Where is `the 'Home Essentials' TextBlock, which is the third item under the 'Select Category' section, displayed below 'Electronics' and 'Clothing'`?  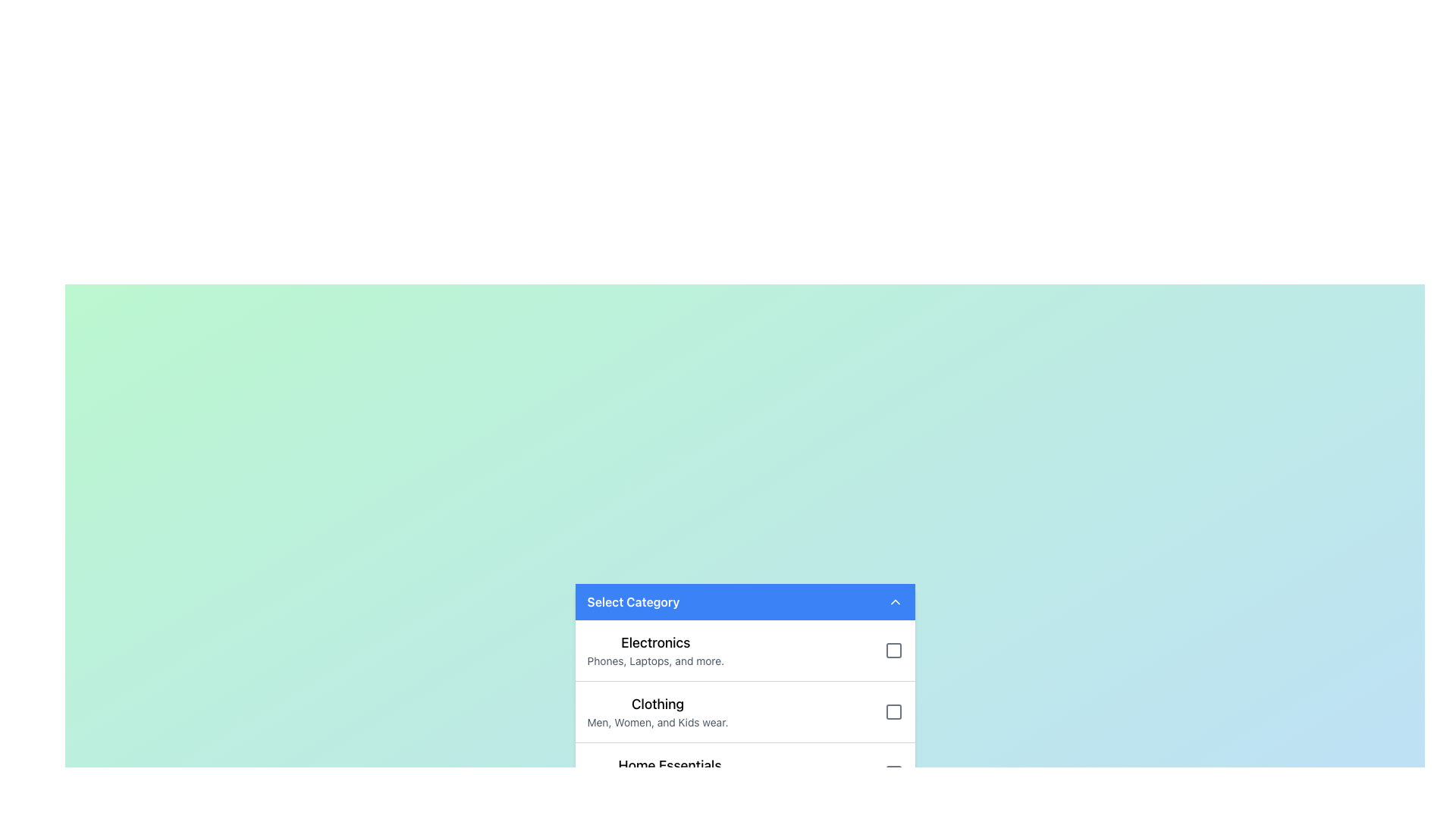 the 'Home Essentials' TextBlock, which is the third item under the 'Select Category' section, displayed below 'Electronics' and 'Clothing' is located at coordinates (669, 773).